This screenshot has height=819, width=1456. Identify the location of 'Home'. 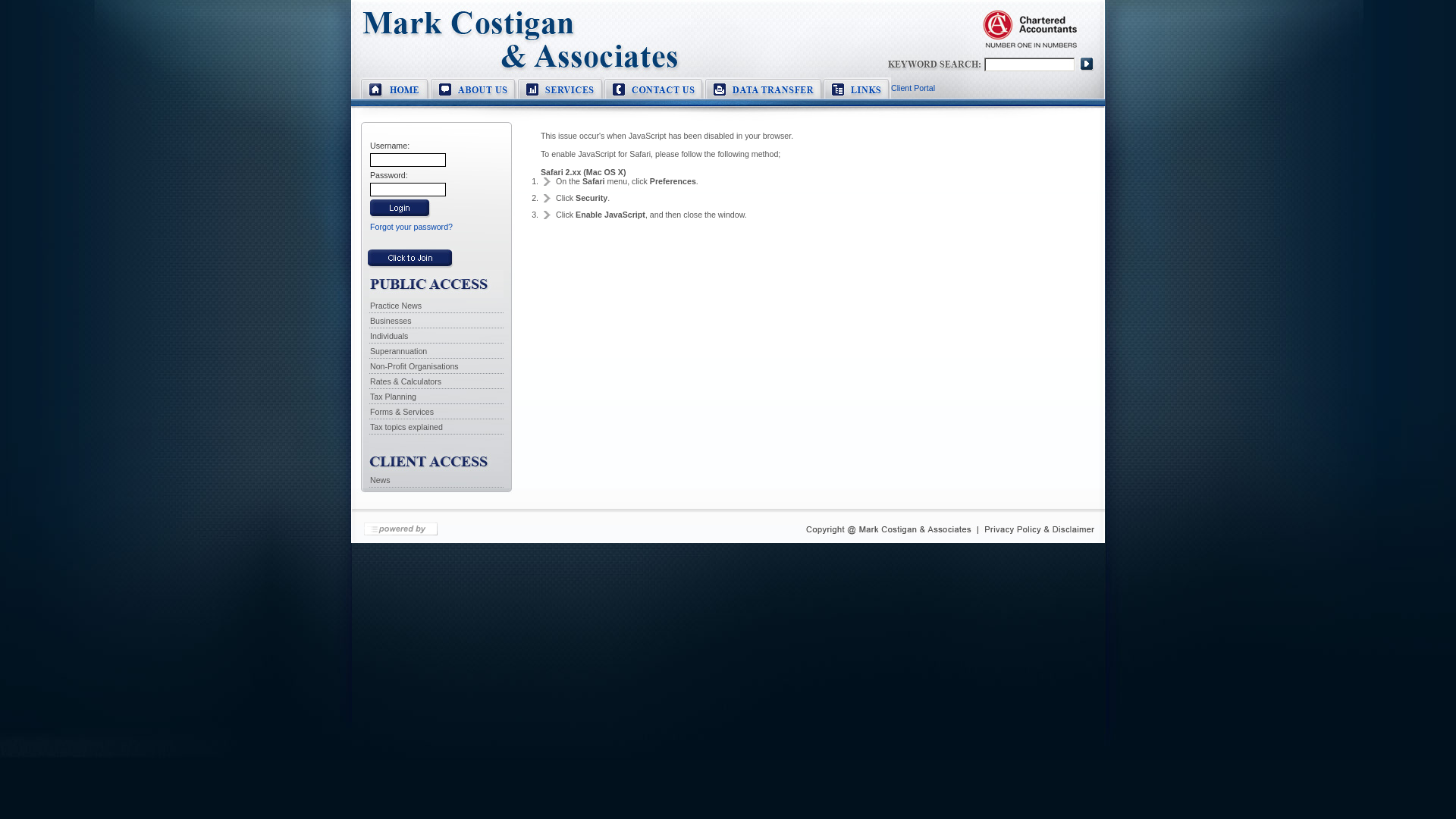
(391, 96).